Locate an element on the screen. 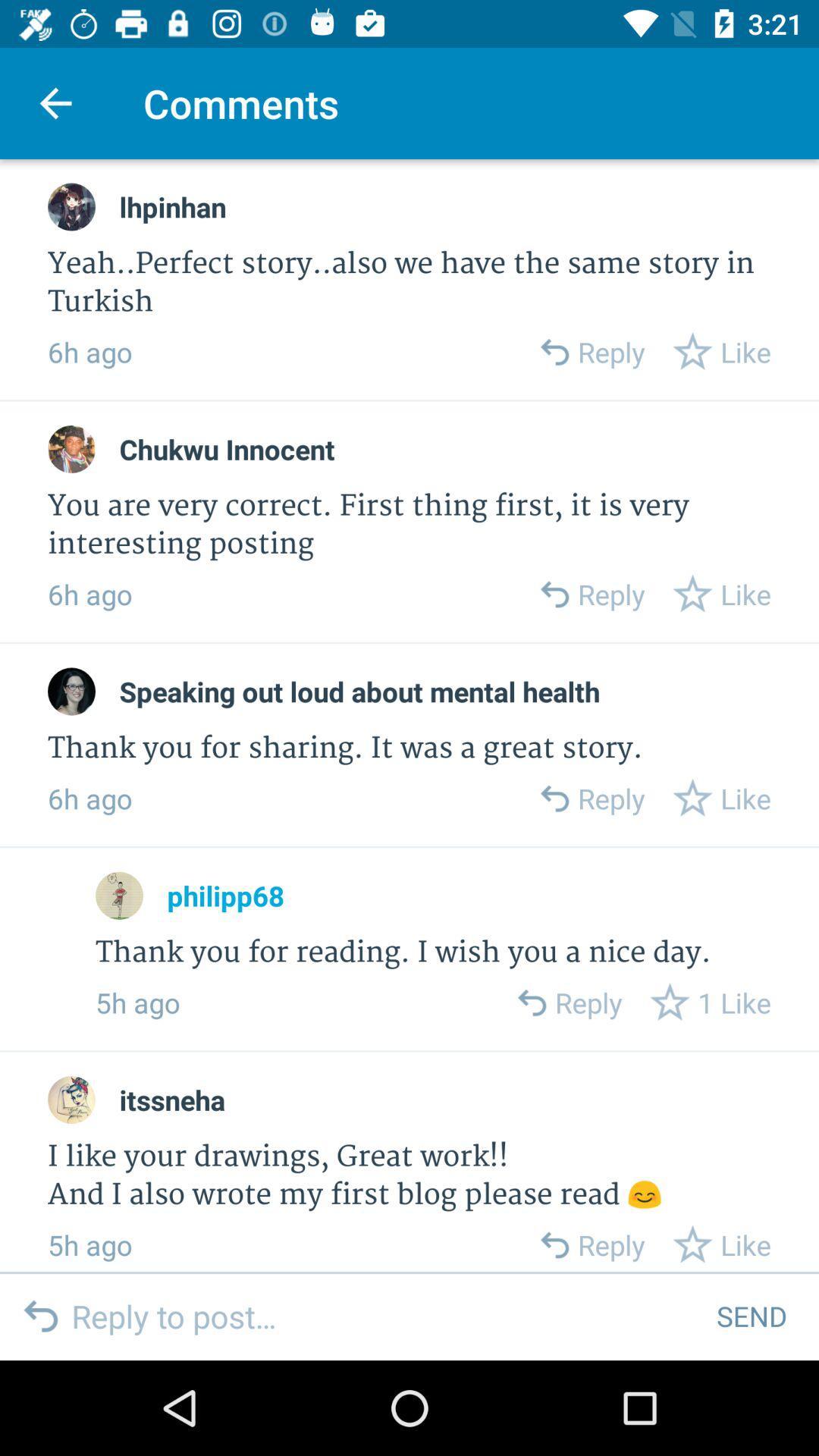 This screenshot has width=819, height=1456. the lhpinhan item is located at coordinates (171, 206).